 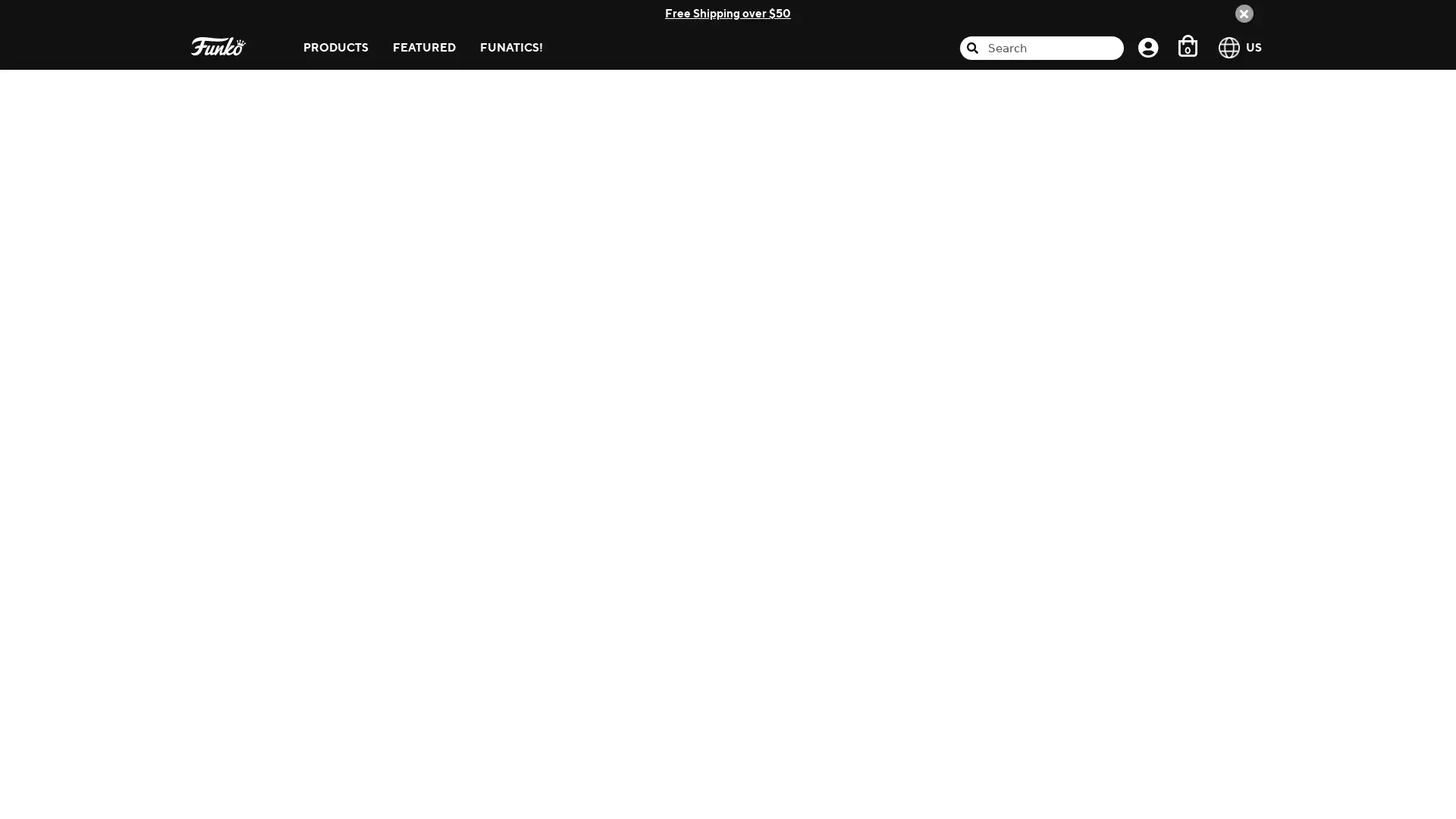 What do you see at coordinates (554, 26) in the screenshot?
I see `FUNATICS! SUBMENU` at bounding box center [554, 26].